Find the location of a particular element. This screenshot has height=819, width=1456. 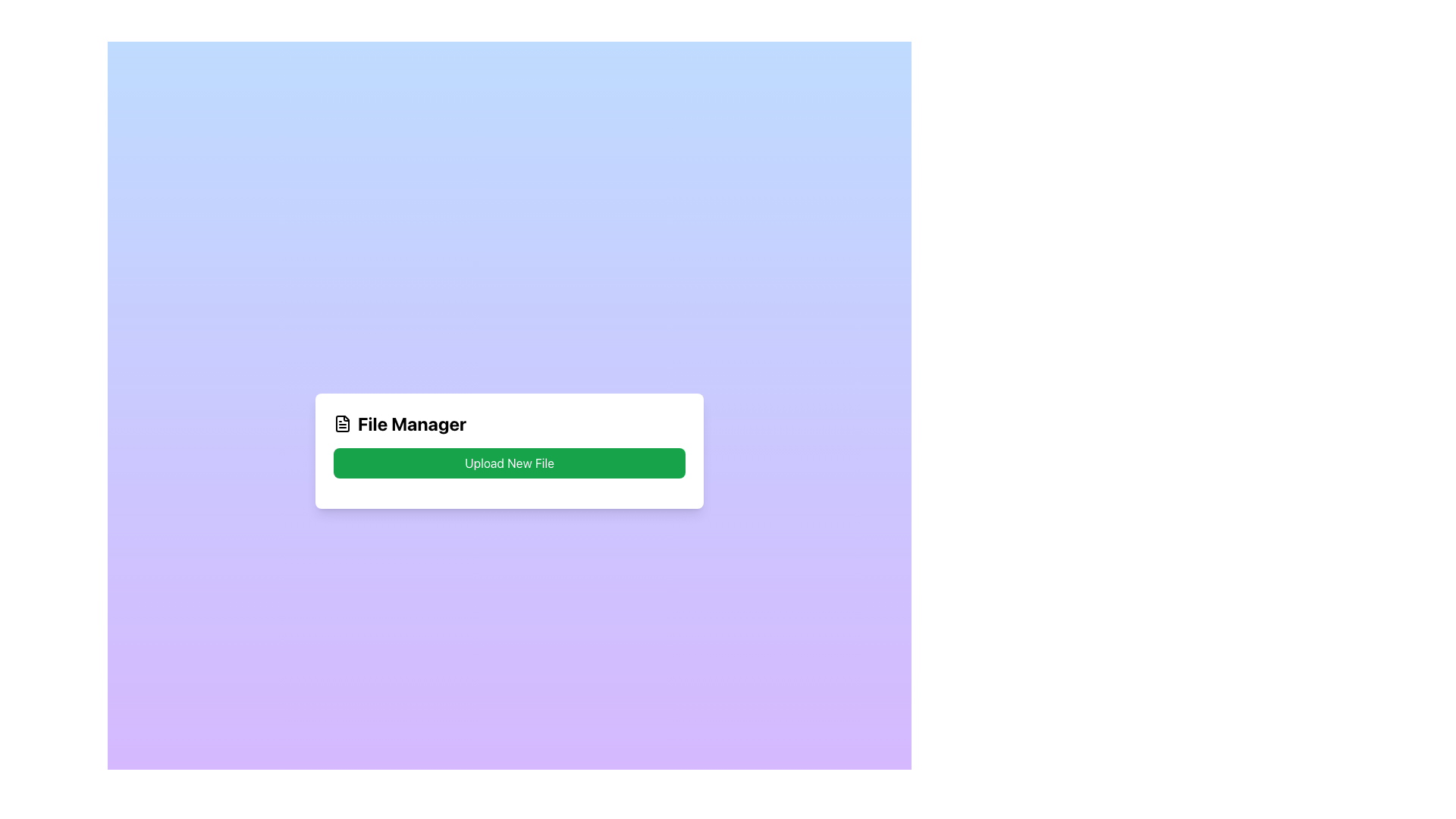

the button located within the 'File Manager' card to change its background color is located at coordinates (510, 462).